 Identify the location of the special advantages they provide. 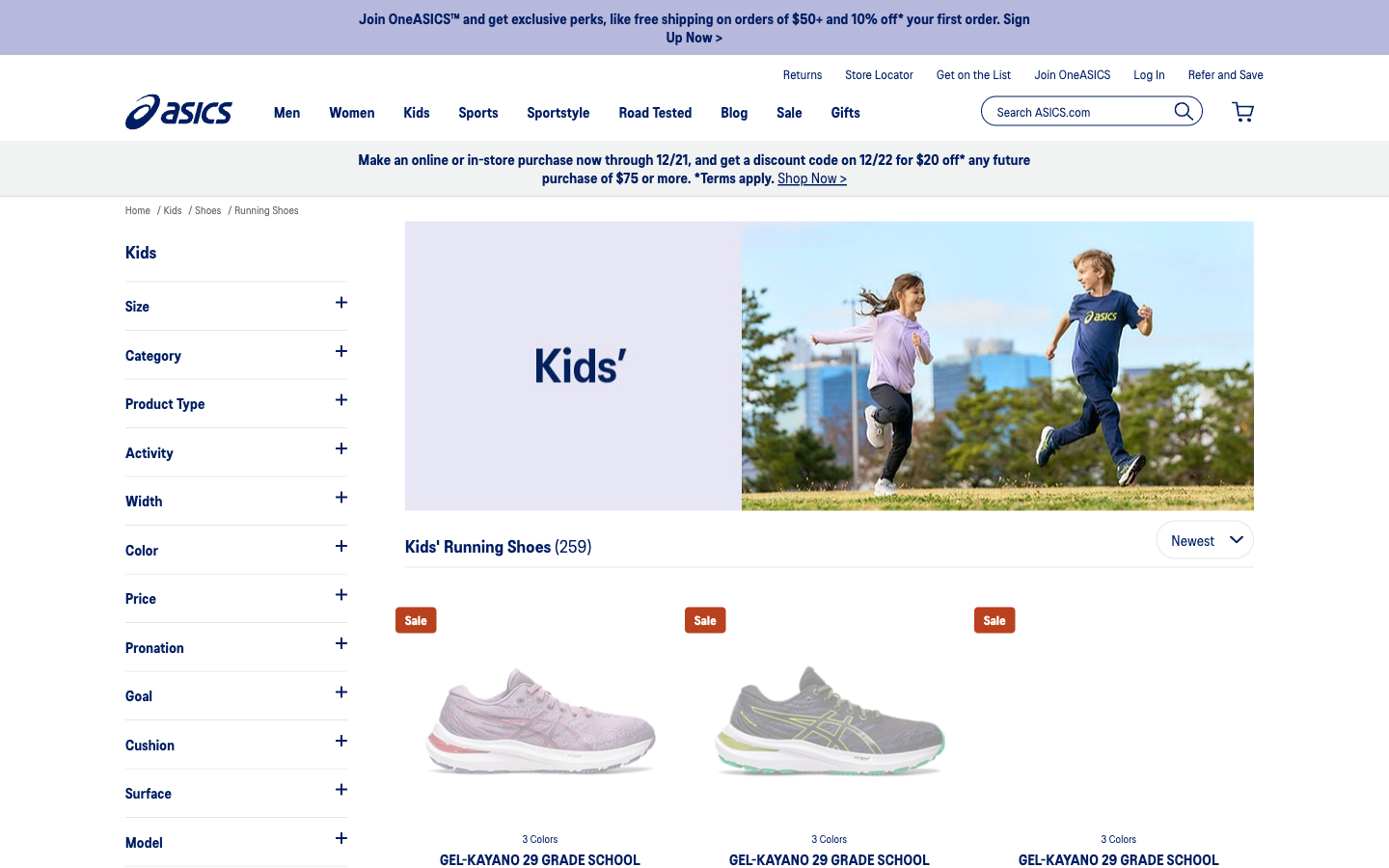
(694, 26).